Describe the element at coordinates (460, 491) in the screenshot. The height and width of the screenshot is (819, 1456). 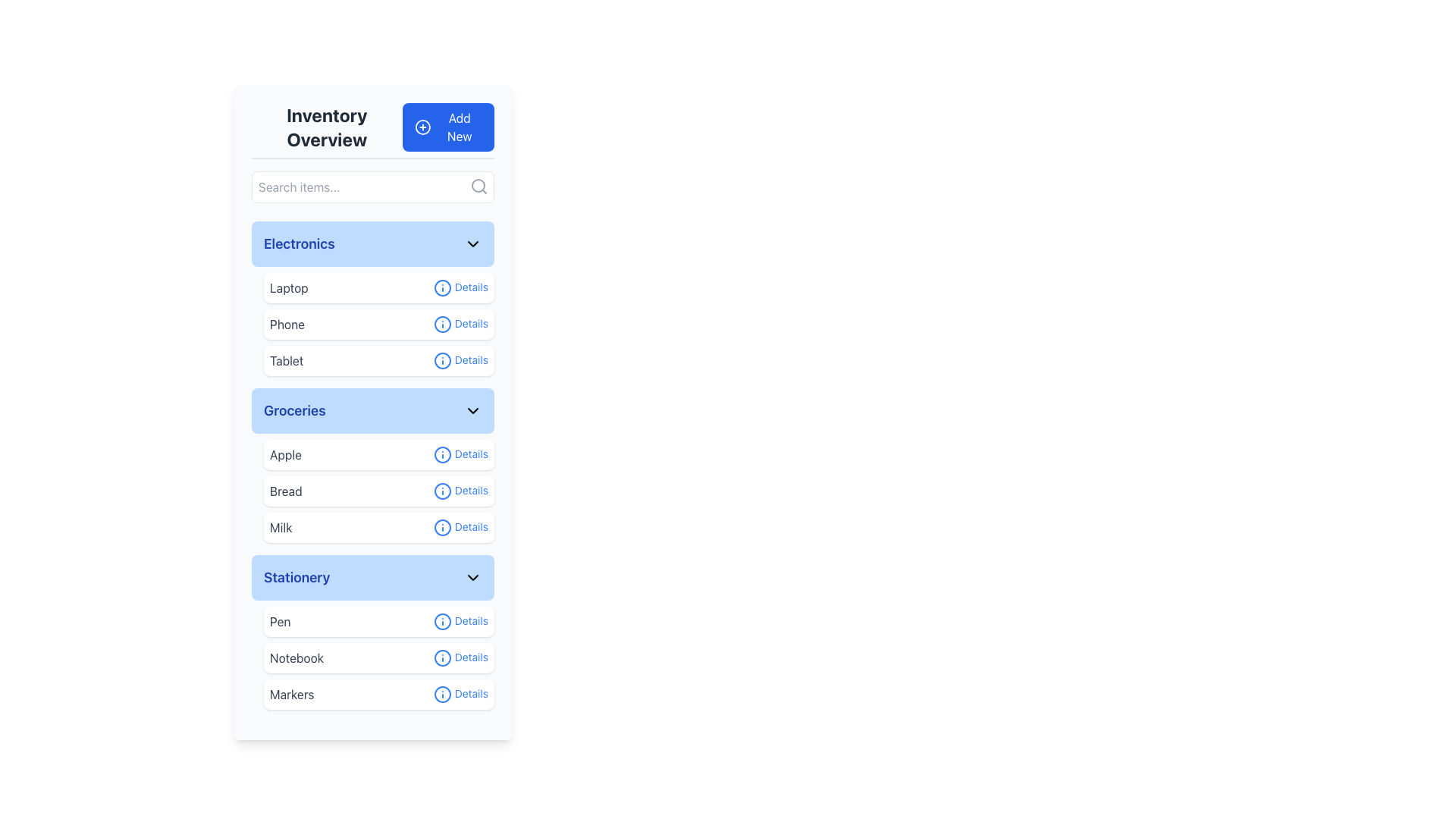
I see `the link or button next to the text 'Bread' in the 'Groceries' section` at that location.